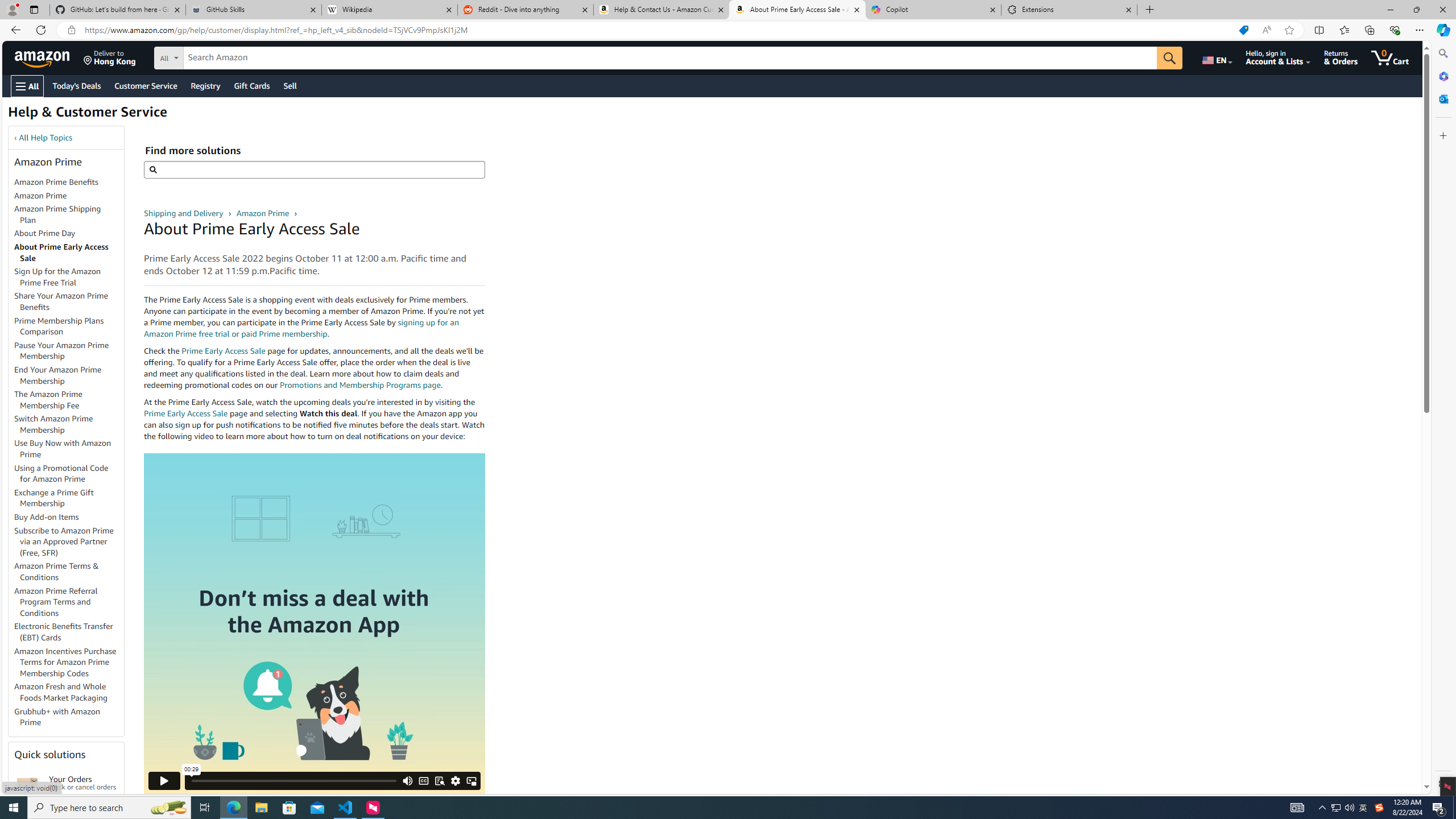 The image size is (1456, 819). I want to click on 'GitHub Skills', so click(253, 9).